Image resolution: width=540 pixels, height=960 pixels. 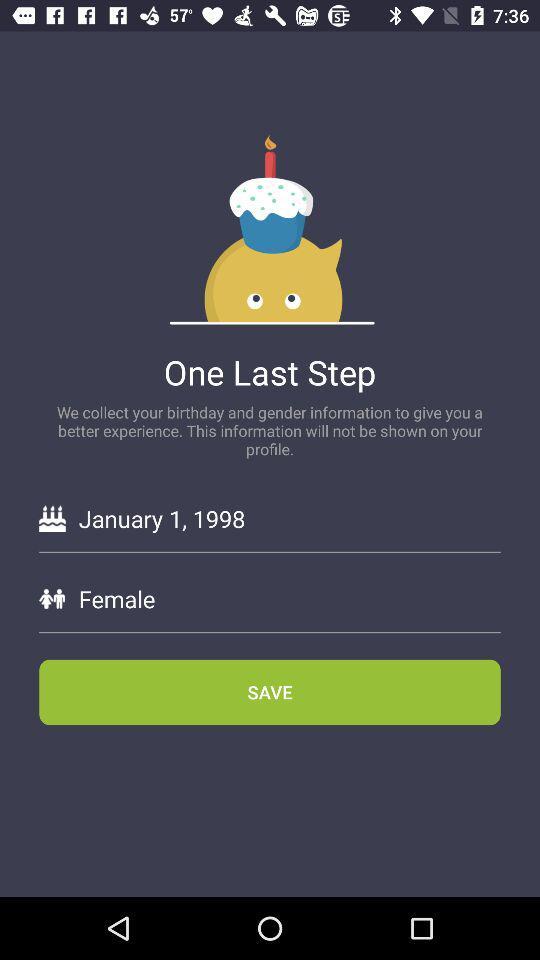 What do you see at coordinates (288, 599) in the screenshot?
I see `the female item` at bounding box center [288, 599].